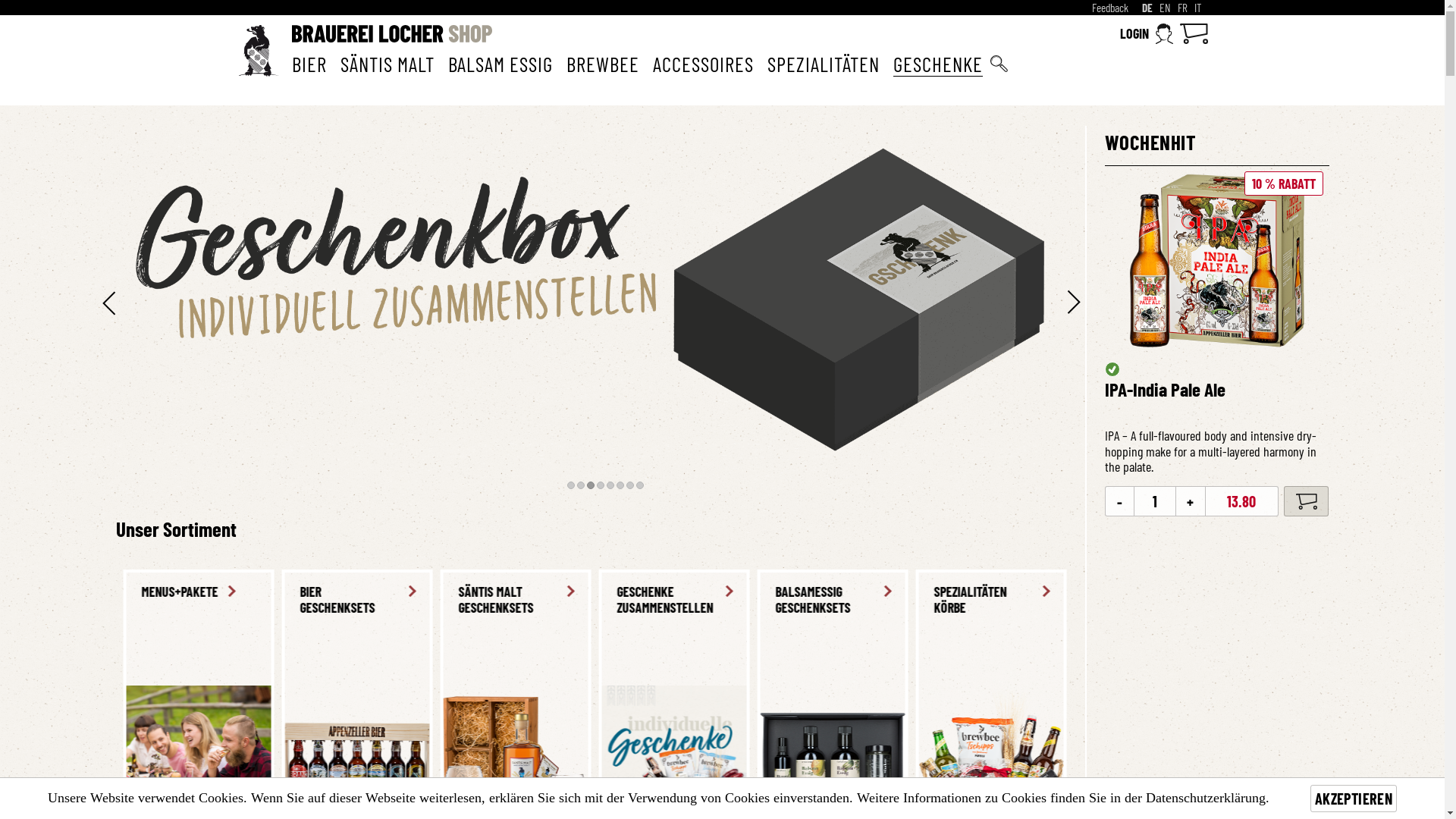  Describe the element at coordinates (1119, 500) in the screenshot. I see `'-'` at that location.